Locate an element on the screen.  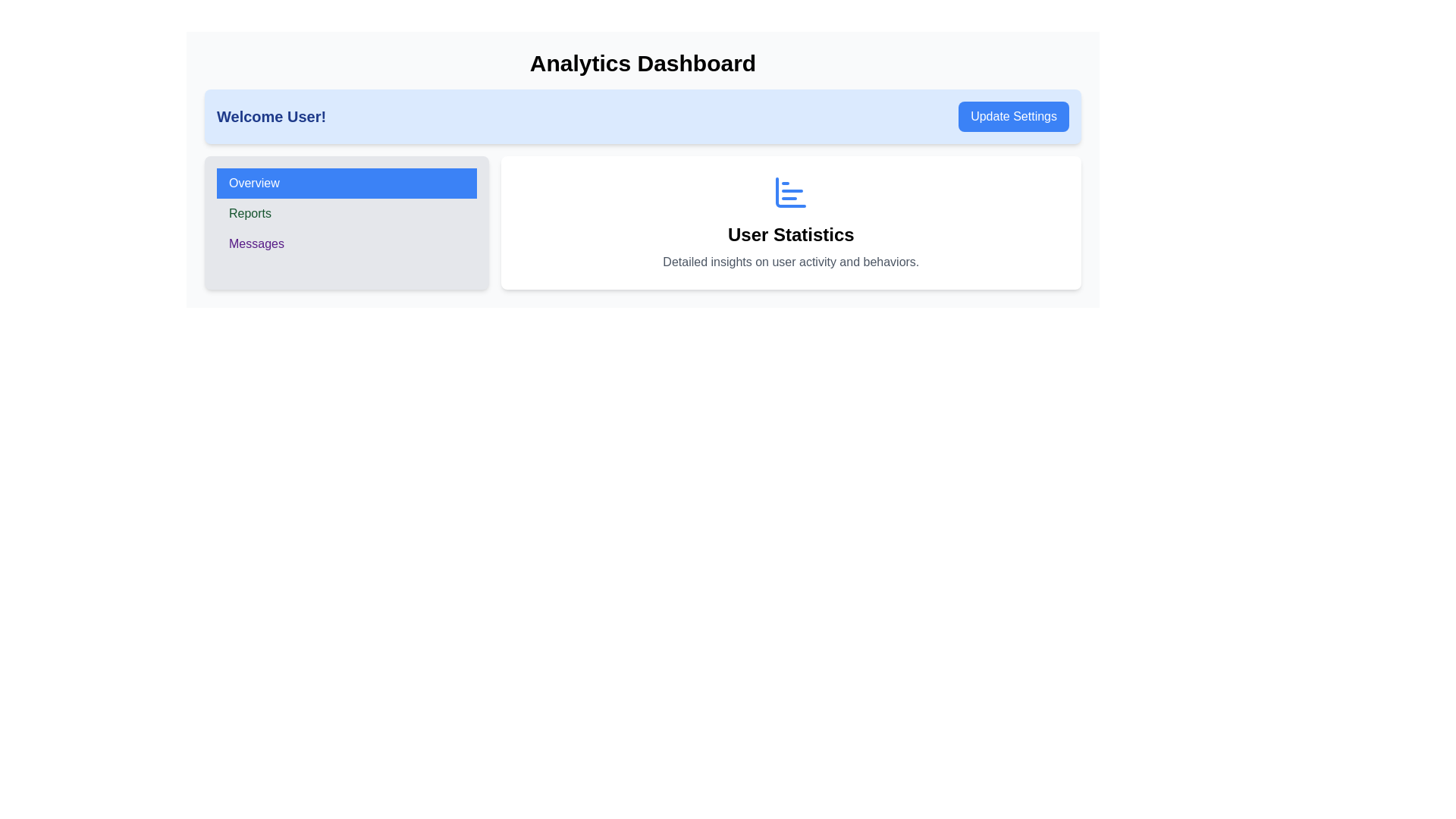
the text block displaying the title 'User Statistics', which is prominently styled in a bold and large font size, centrally aligned in the dashboard layout is located at coordinates (790, 234).